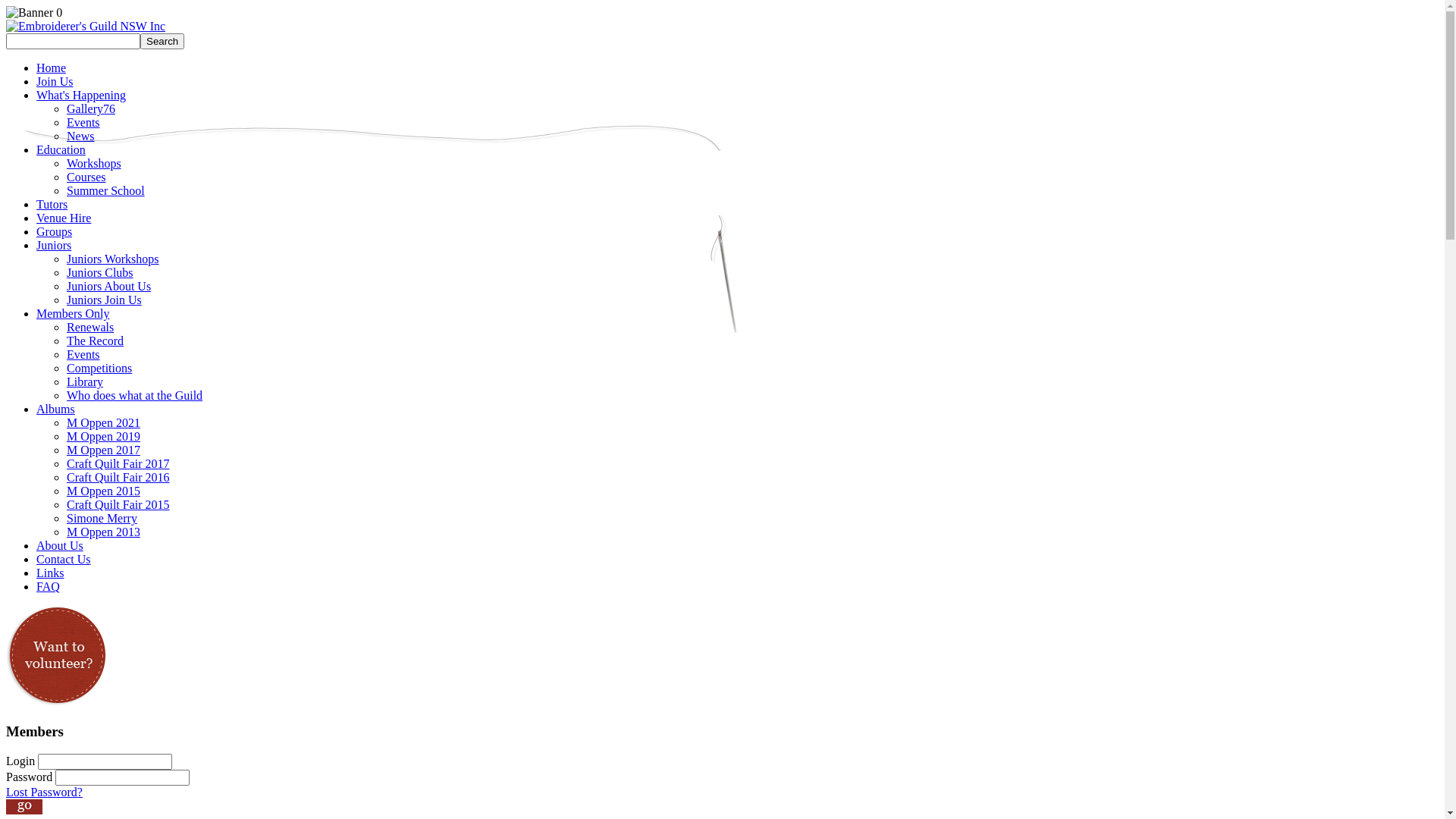 This screenshot has width=1456, height=819. What do you see at coordinates (89, 326) in the screenshot?
I see `'Renewals'` at bounding box center [89, 326].